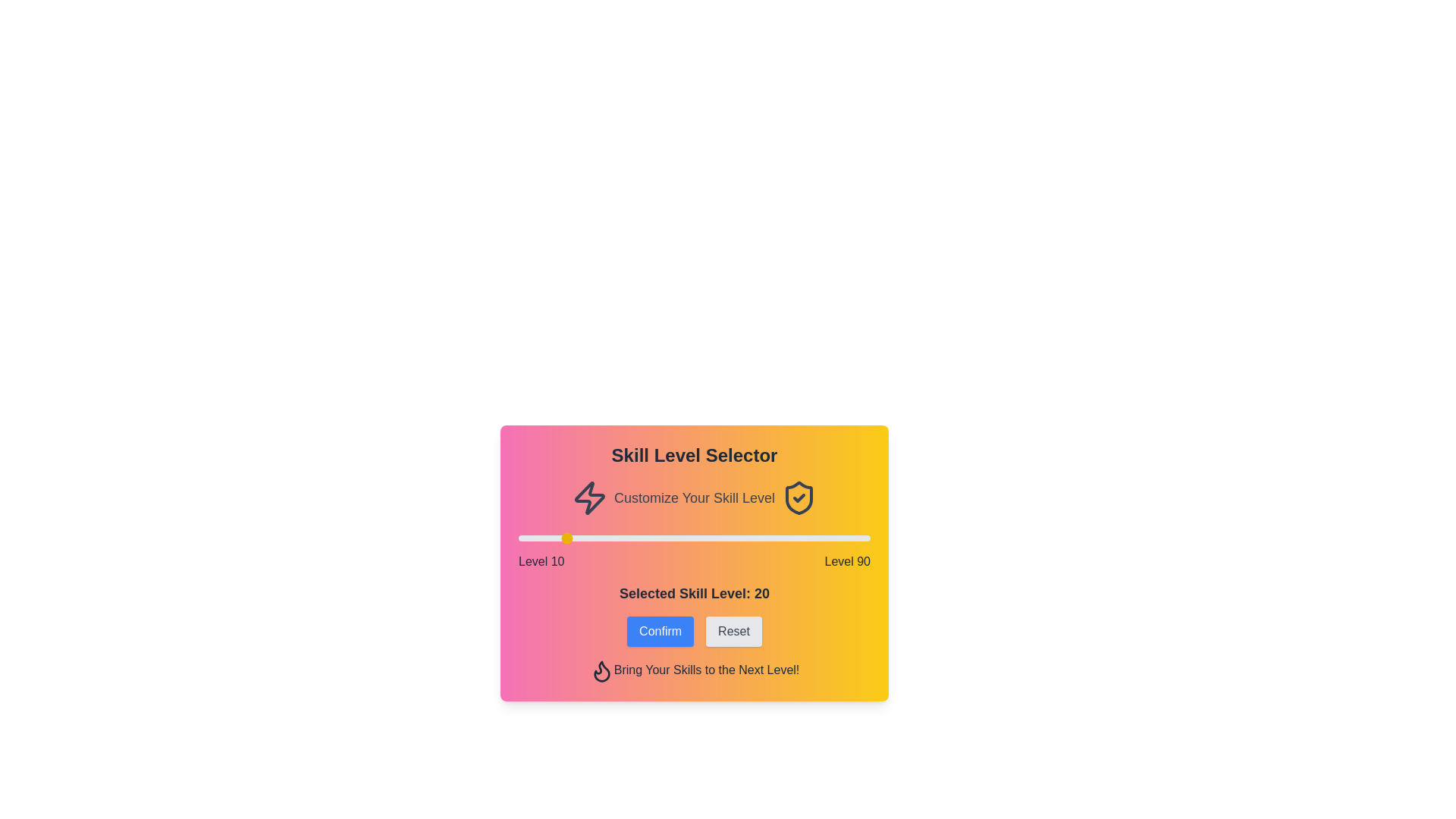 Image resolution: width=1456 pixels, height=819 pixels. I want to click on 'Confirm' button to save the selection, so click(661, 632).